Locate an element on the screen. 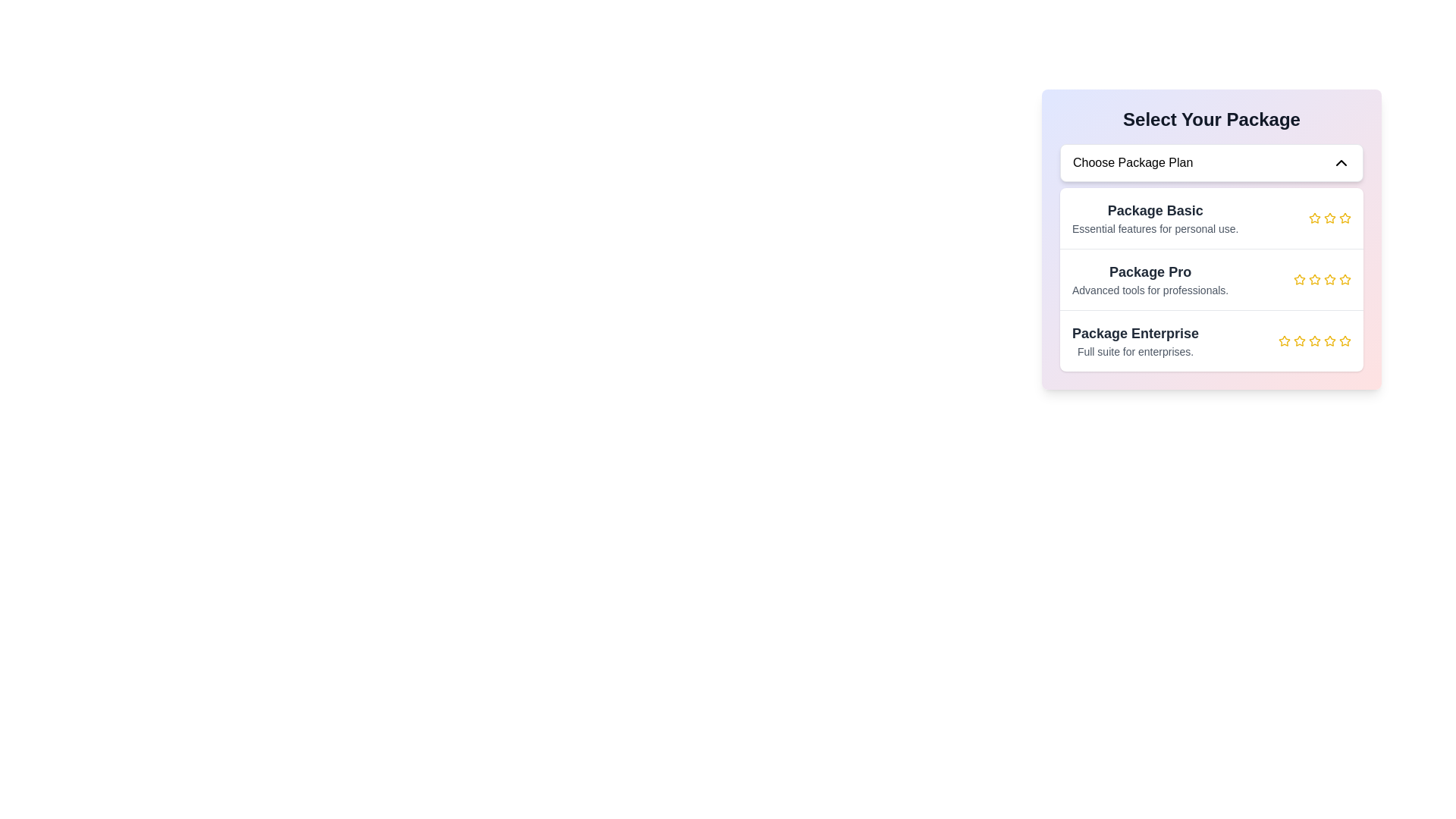 This screenshot has width=1456, height=819. the first list item representing the basic package option in the selection interface under the 'Choose Package Plan' header is located at coordinates (1211, 218).